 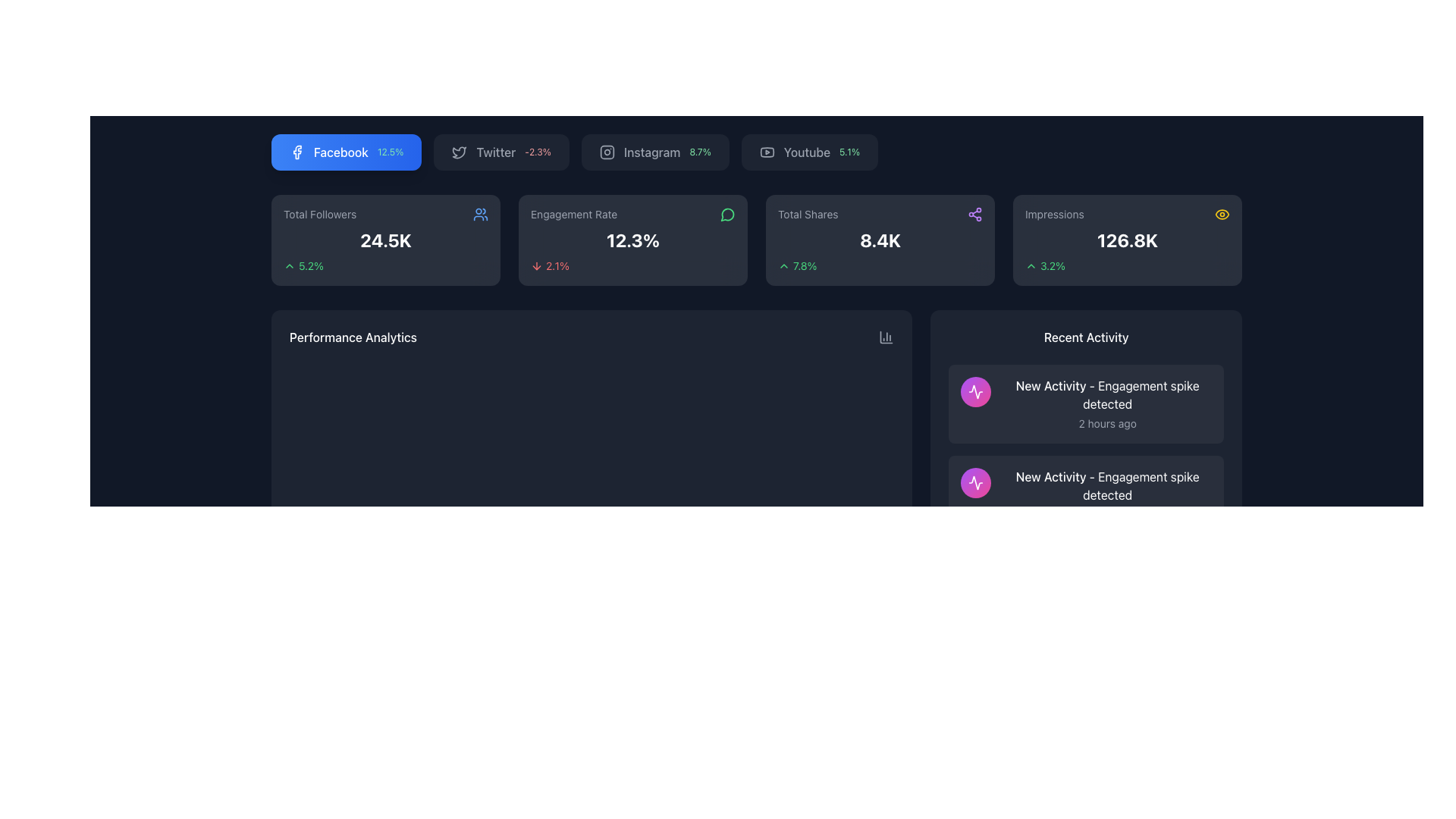 I want to click on the Notification item displaying 'New Activity - Engagement spike detected' in the 'Recent Activity' section, so click(x=1085, y=585).